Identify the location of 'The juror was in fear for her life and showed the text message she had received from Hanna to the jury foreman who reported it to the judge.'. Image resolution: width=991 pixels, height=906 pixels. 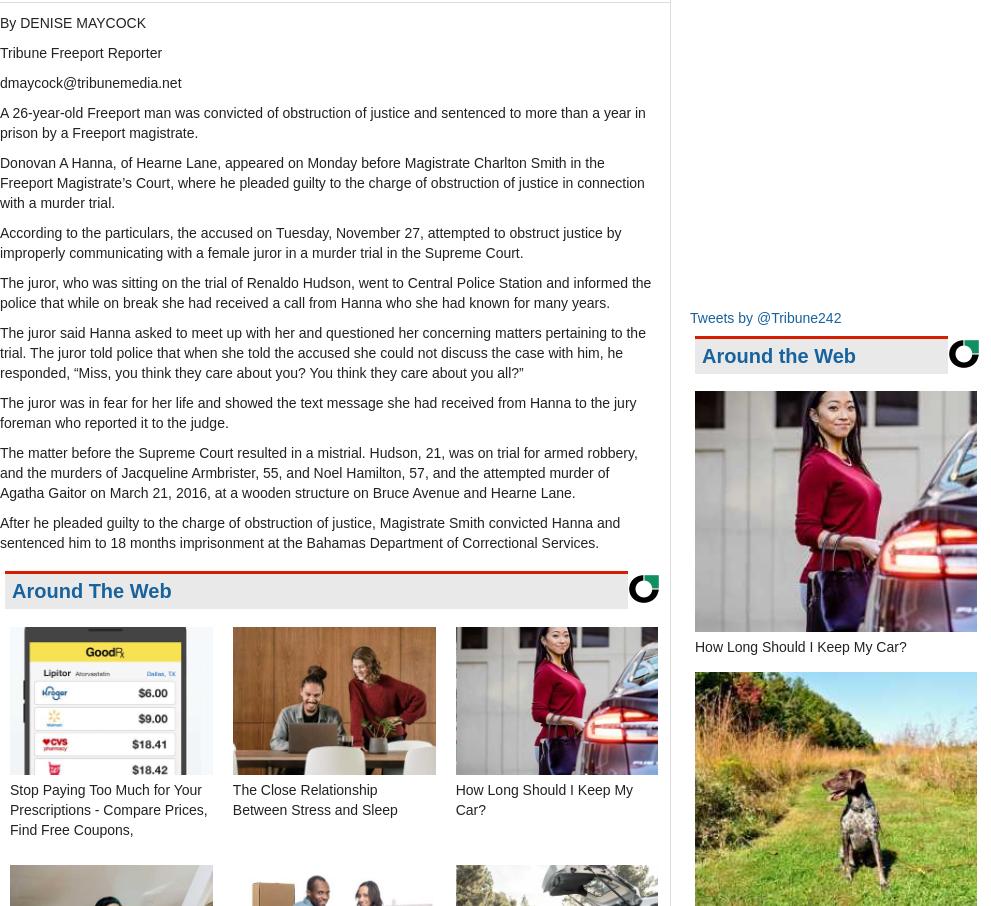
(0, 412).